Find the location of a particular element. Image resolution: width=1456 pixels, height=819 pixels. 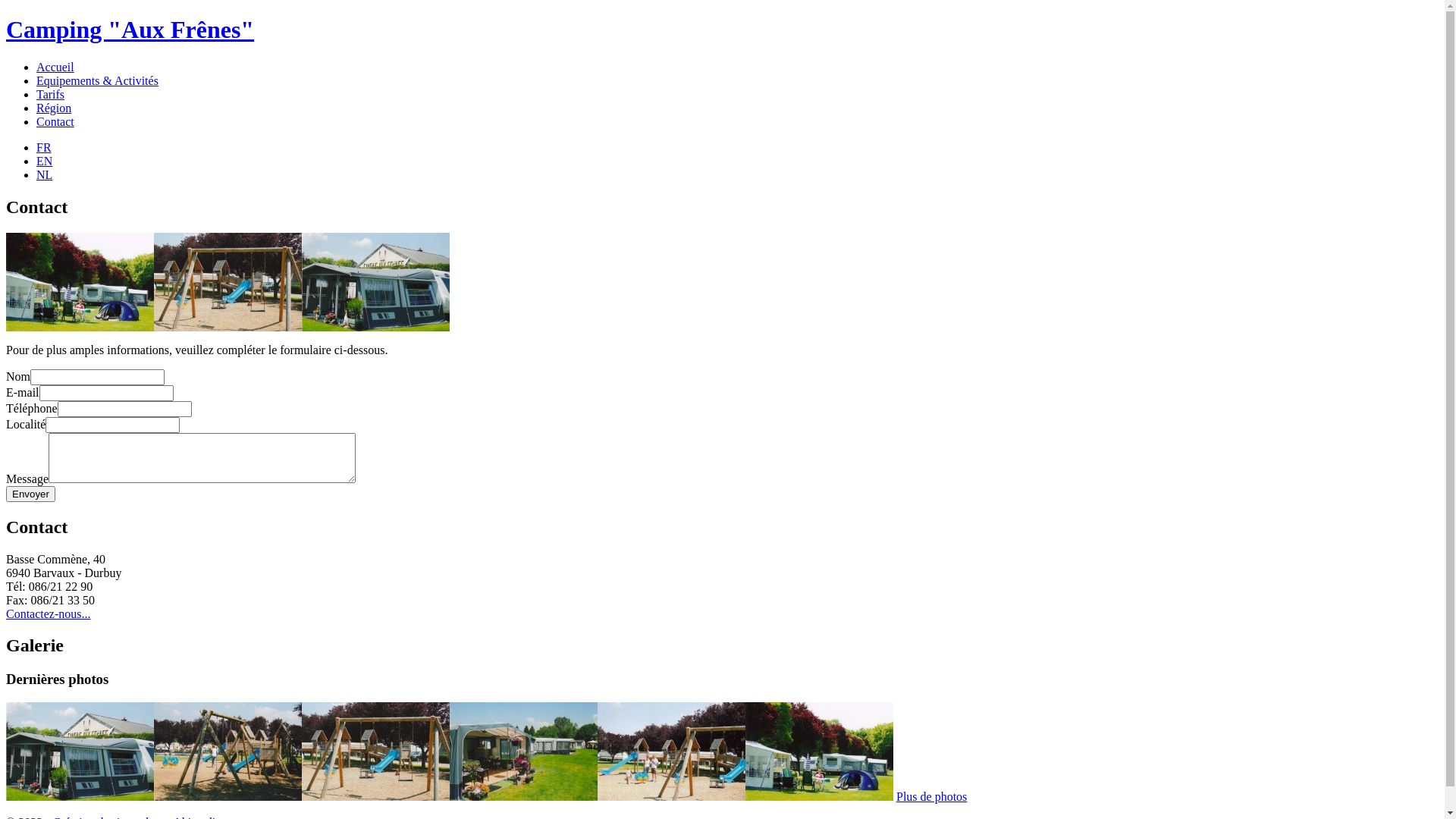

'Aire de camping' is located at coordinates (79, 326).